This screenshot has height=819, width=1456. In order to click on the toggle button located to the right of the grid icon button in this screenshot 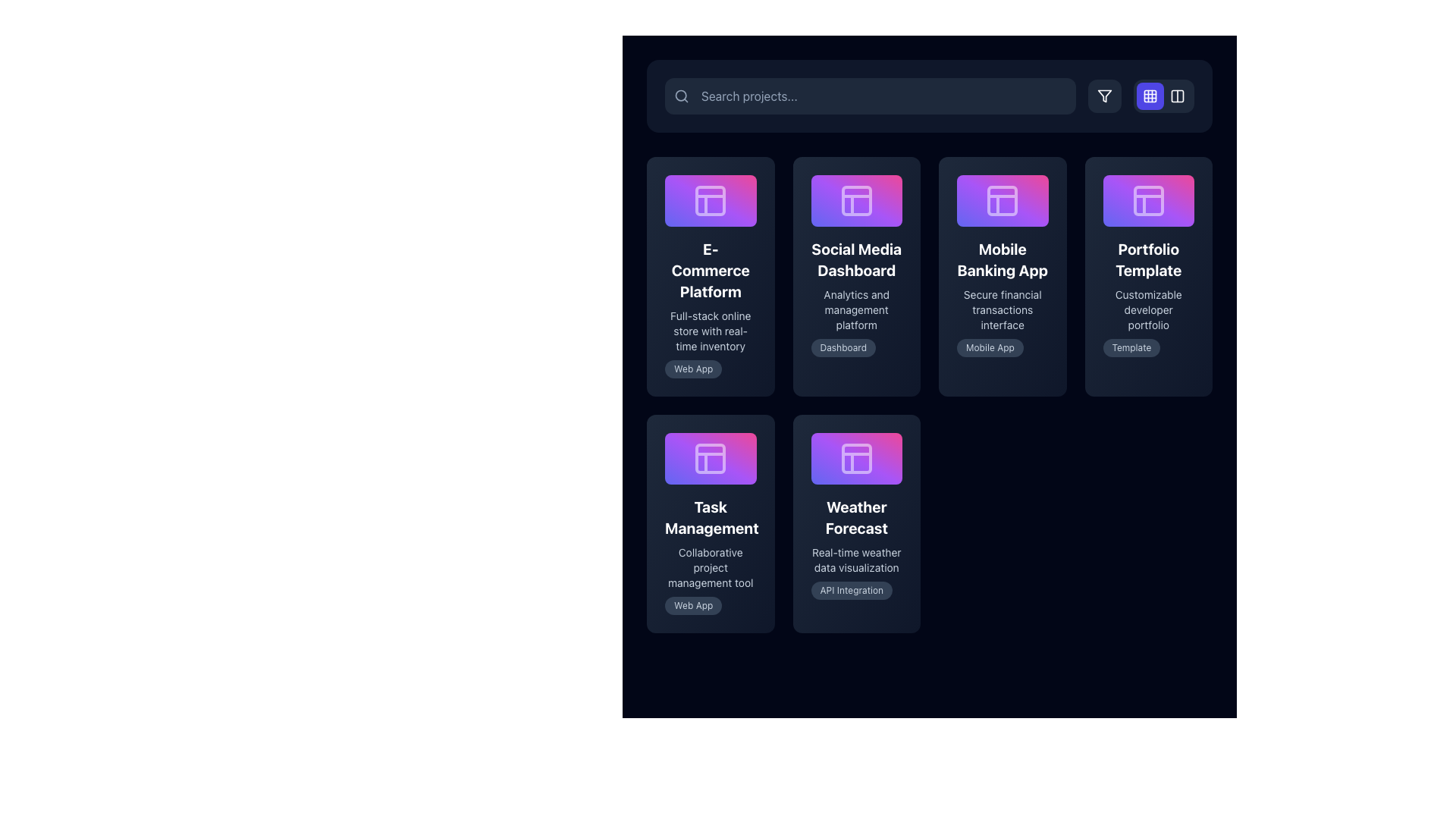, I will do `click(1177, 96)`.